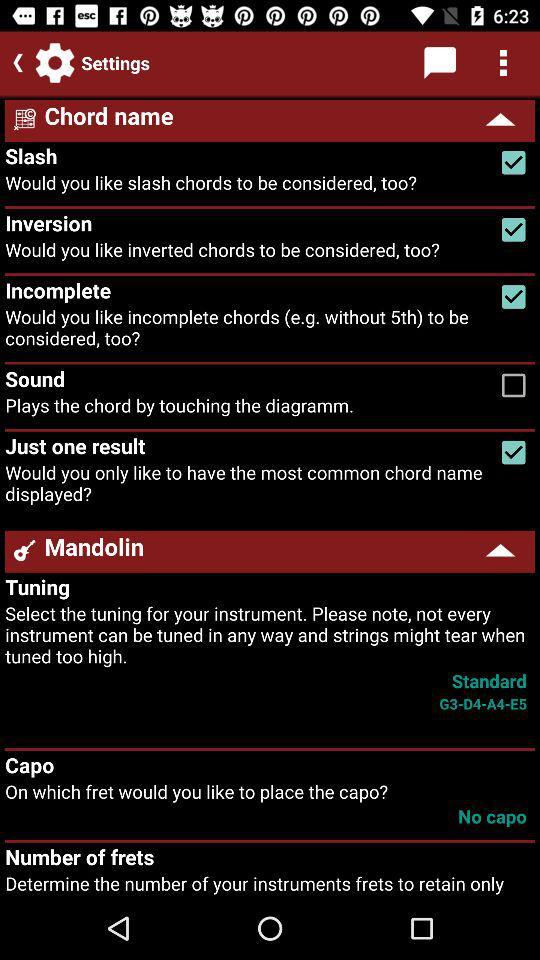 Image resolution: width=540 pixels, height=960 pixels. I want to click on the settings icon, so click(55, 62).